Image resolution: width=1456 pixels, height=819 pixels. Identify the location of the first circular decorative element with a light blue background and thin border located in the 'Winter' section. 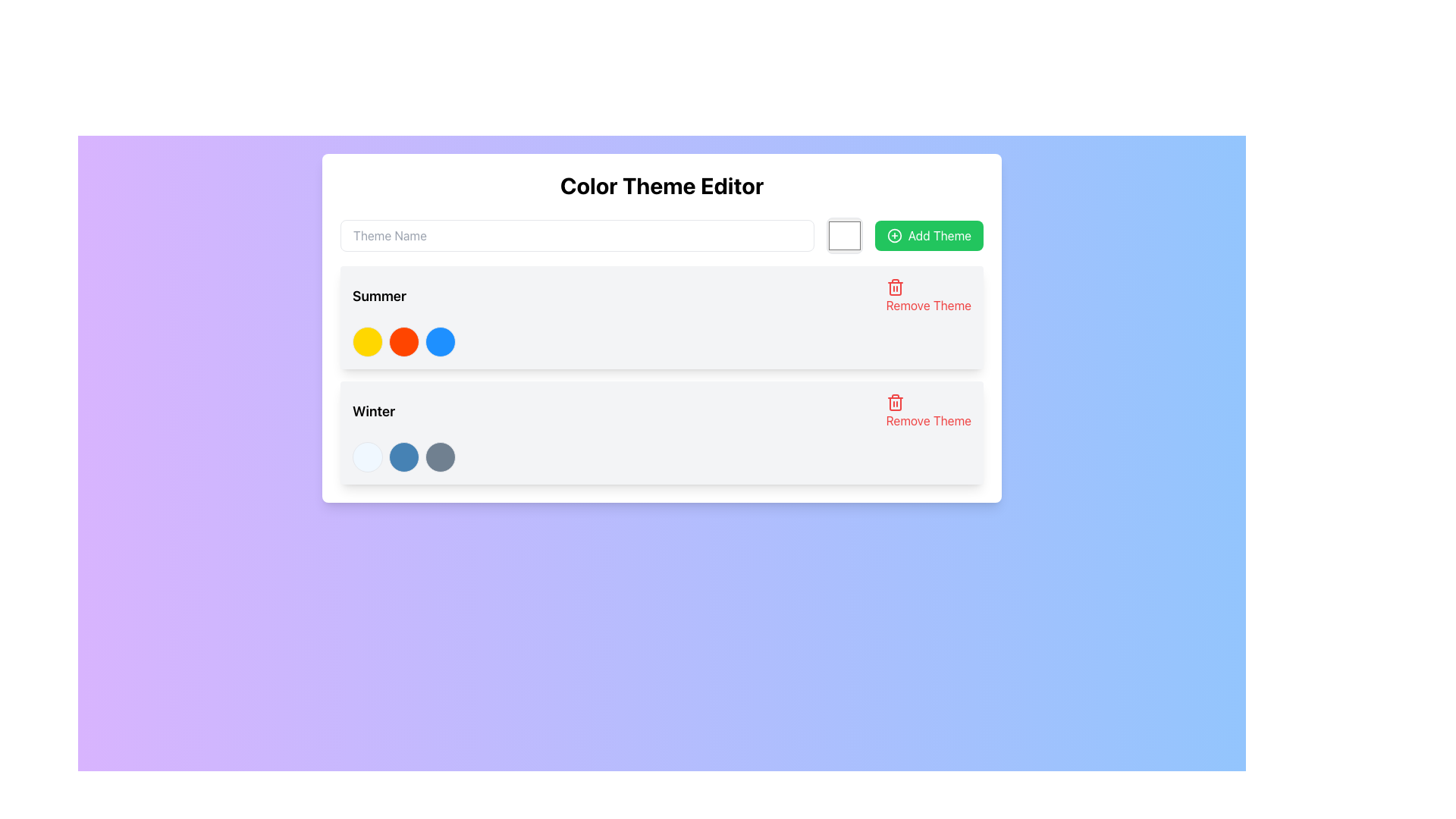
(367, 456).